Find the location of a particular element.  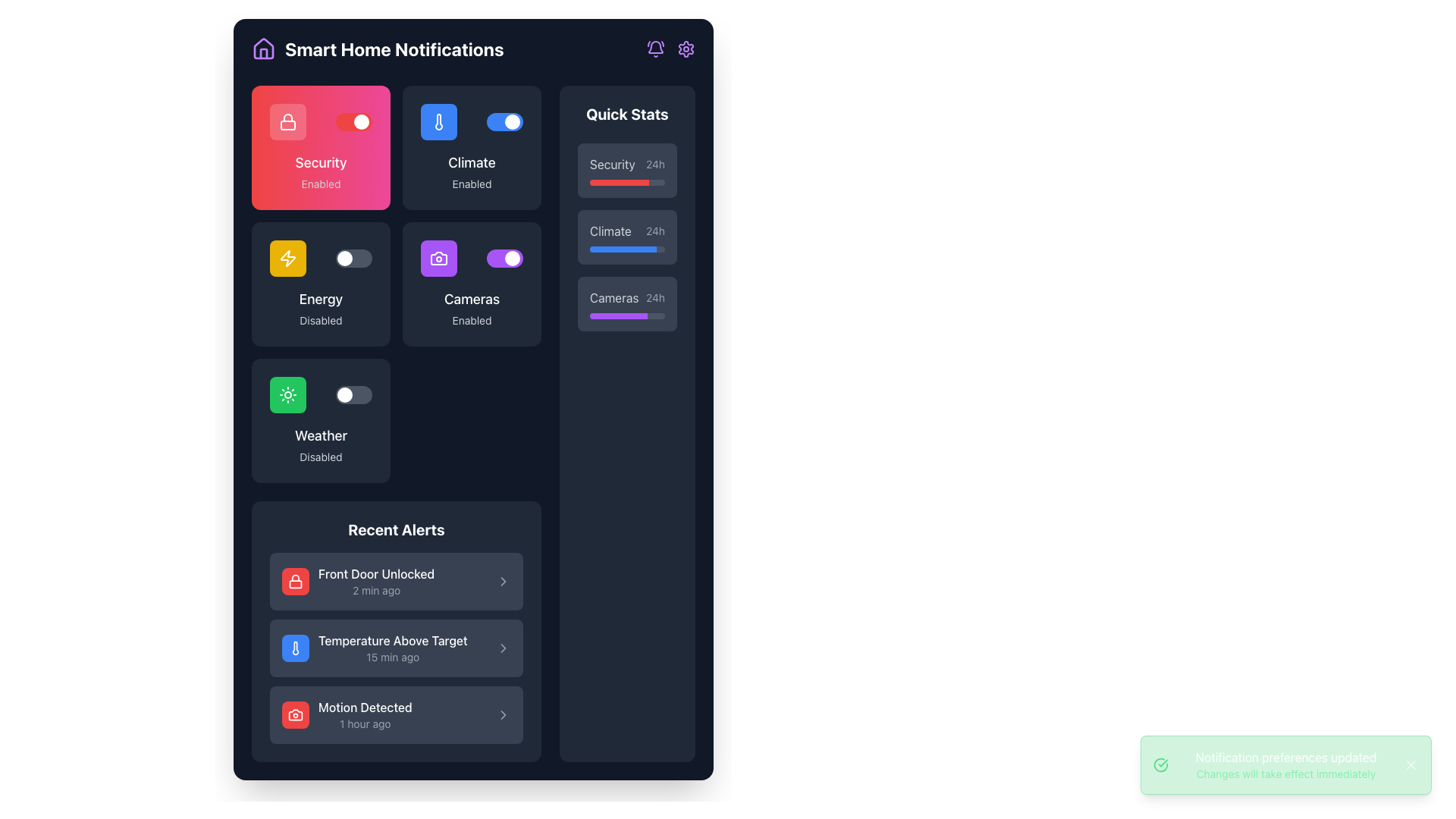

the first notification item in the 'Recent Alerts' list, which indicates 'Front Door Unlocked' is located at coordinates (356, 581).